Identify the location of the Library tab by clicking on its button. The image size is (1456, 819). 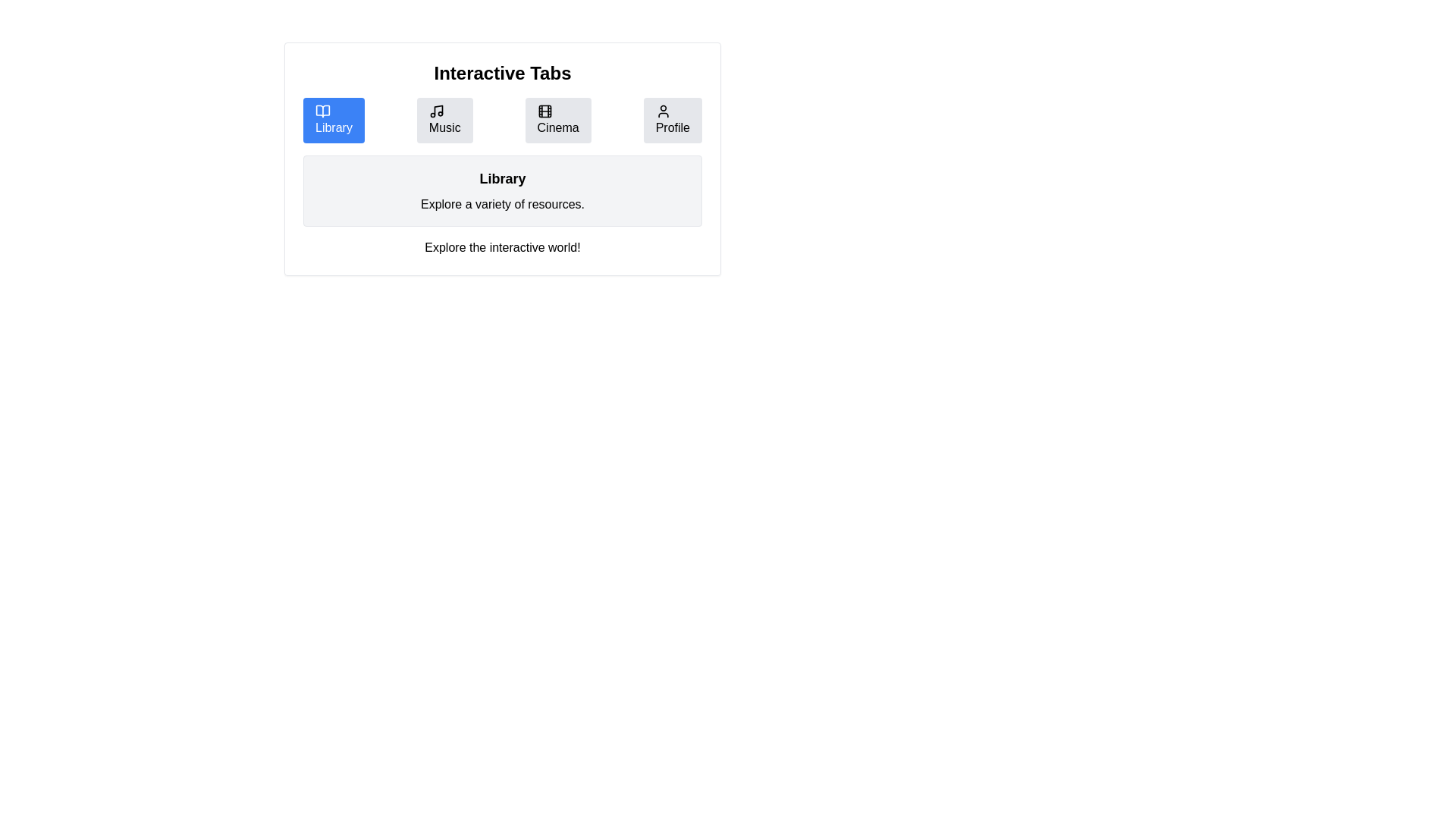
(333, 119).